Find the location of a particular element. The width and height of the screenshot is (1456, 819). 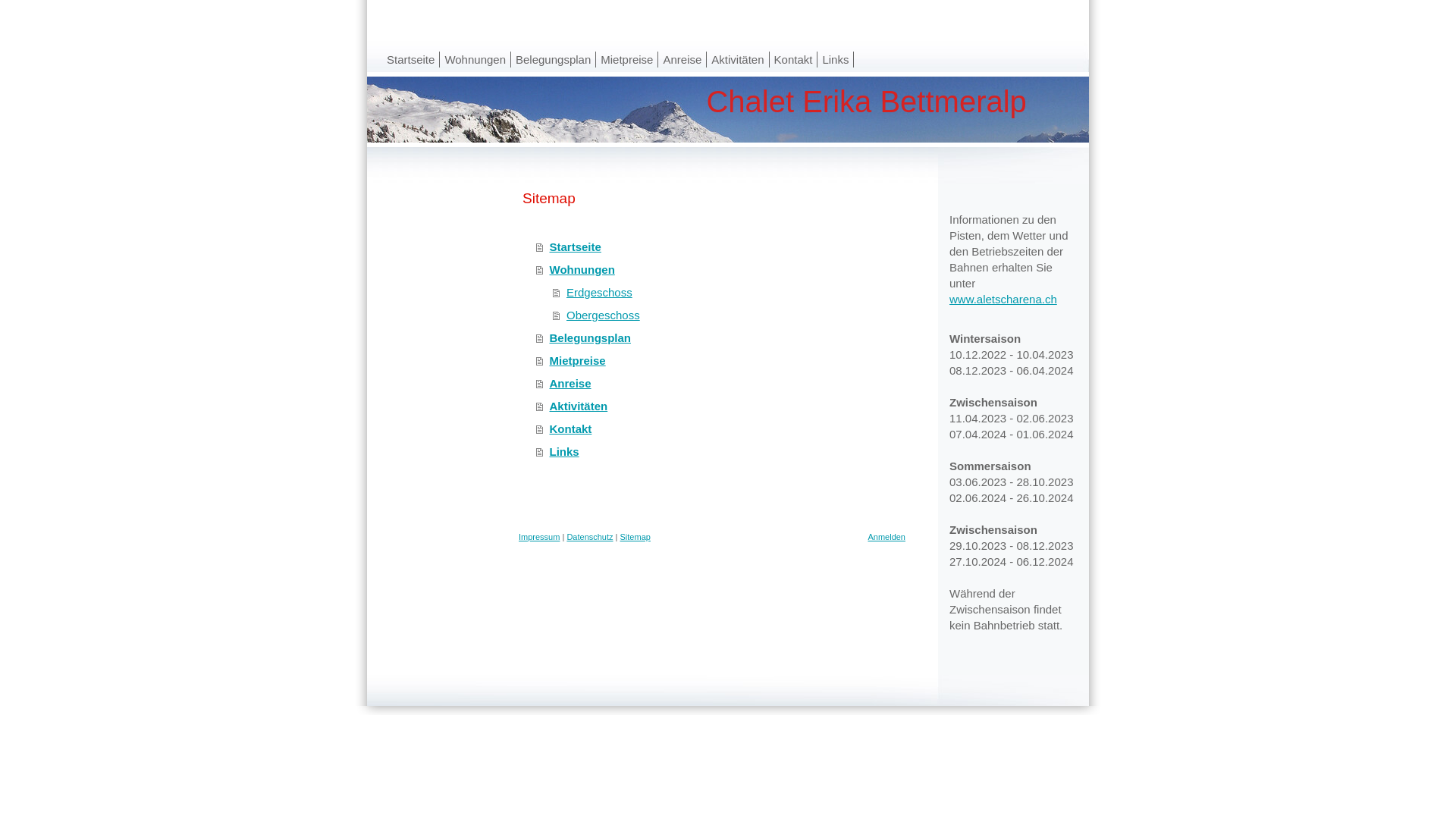

'Impressum' is located at coordinates (519, 536).